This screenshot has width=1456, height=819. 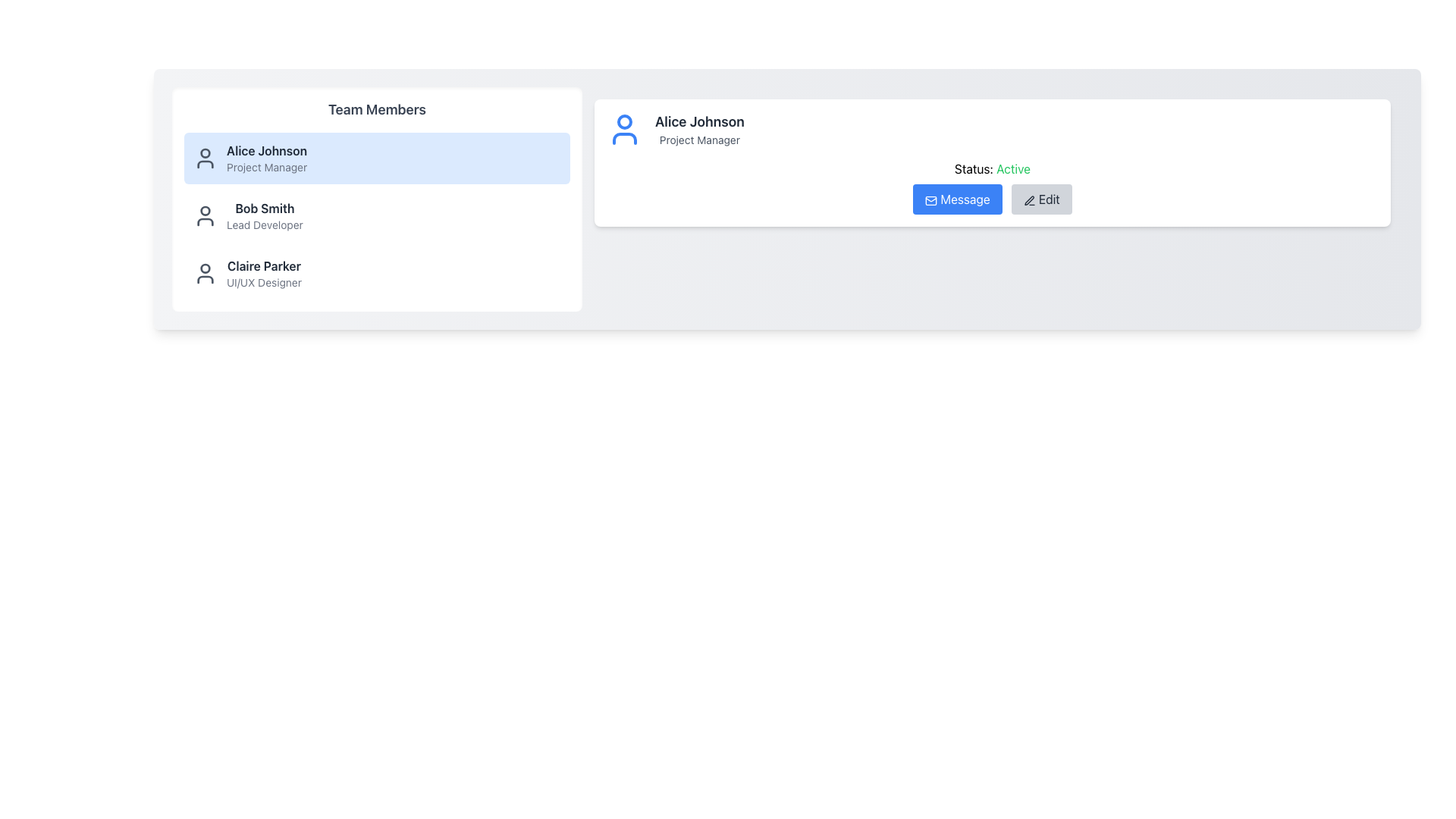 I want to click on the first team member's Text Label in the left sidebar under the 'Team Members' section, so click(x=266, y=151).